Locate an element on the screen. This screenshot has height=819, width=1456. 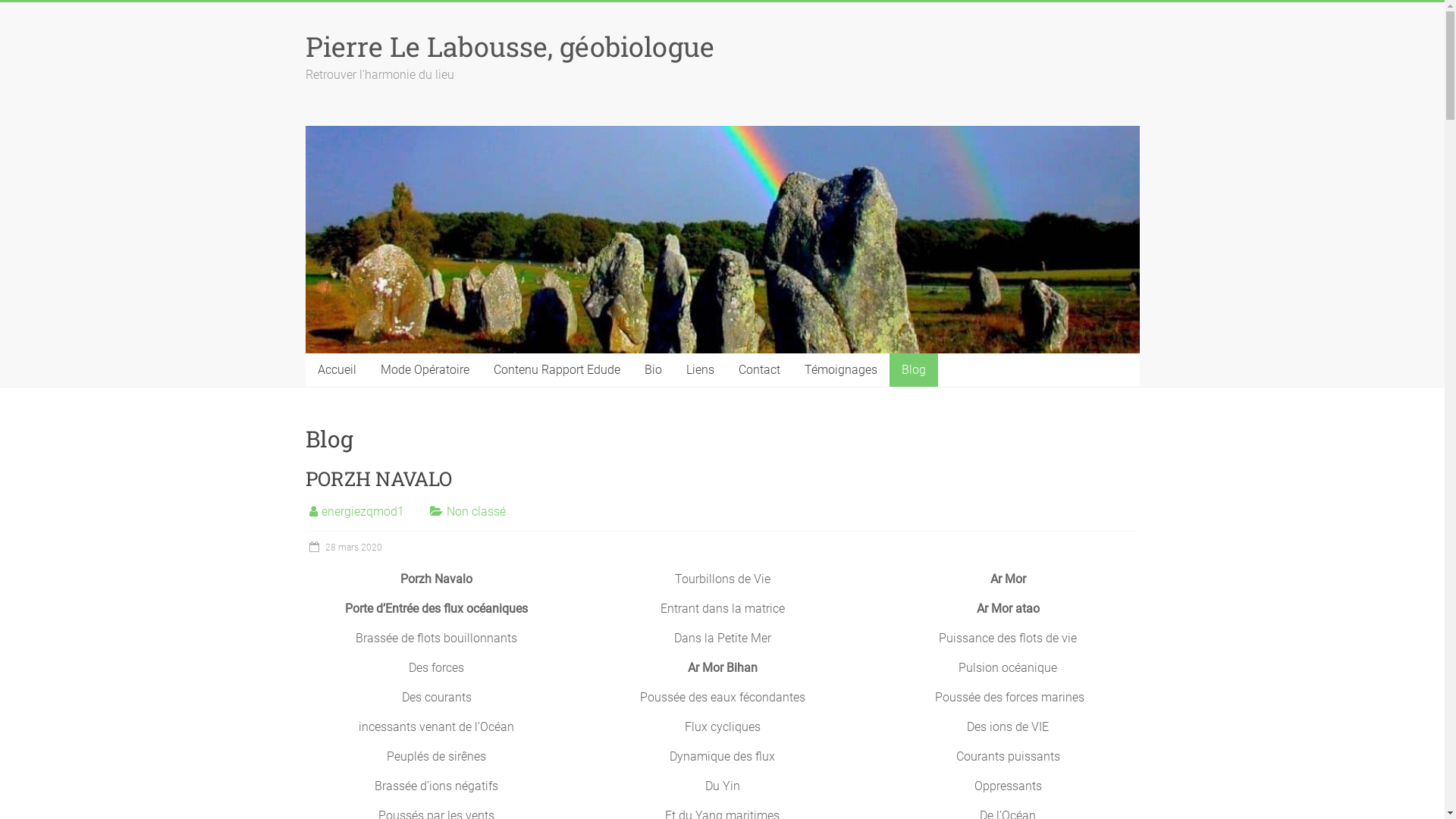
'Blog' is located at coordinates (912, 370).